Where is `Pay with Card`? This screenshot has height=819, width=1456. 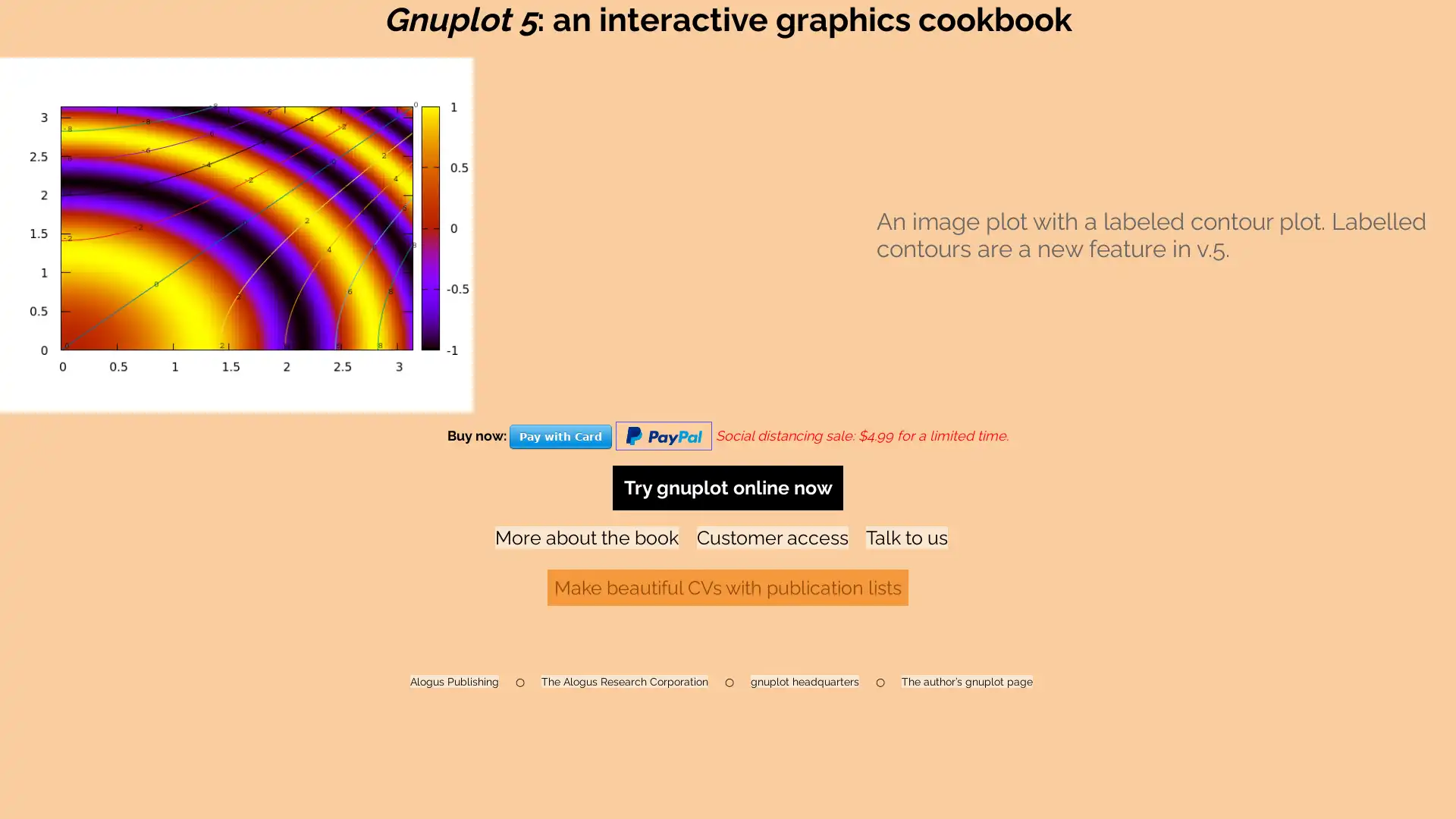 Pay with Card is located at coordinates (560, 436).